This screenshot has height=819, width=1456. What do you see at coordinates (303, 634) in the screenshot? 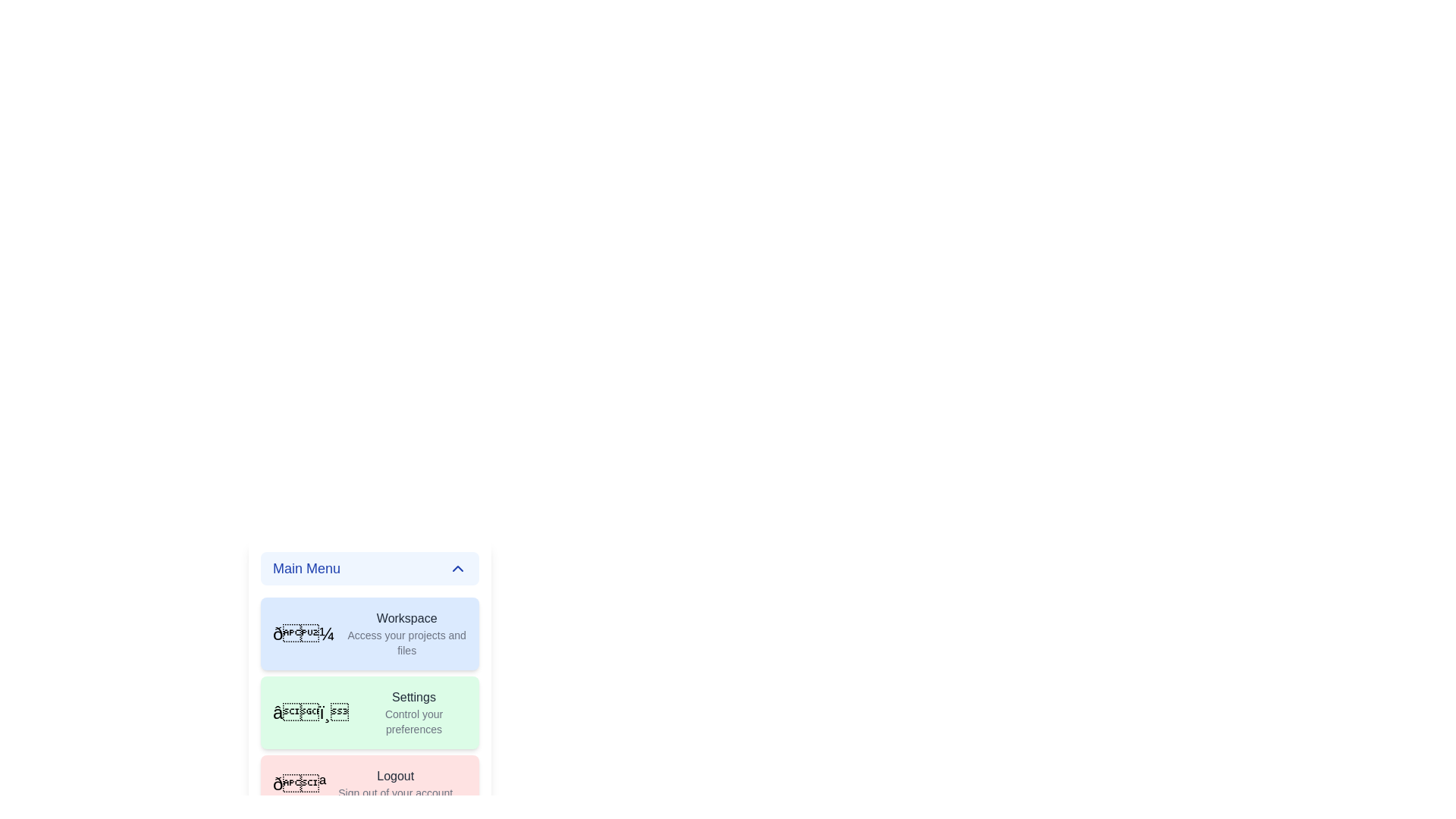
I see `the emoji-like icon '💼' located on the upper left part of the blue rectangular 'Workspace' button` at bounding box center [303, 634].